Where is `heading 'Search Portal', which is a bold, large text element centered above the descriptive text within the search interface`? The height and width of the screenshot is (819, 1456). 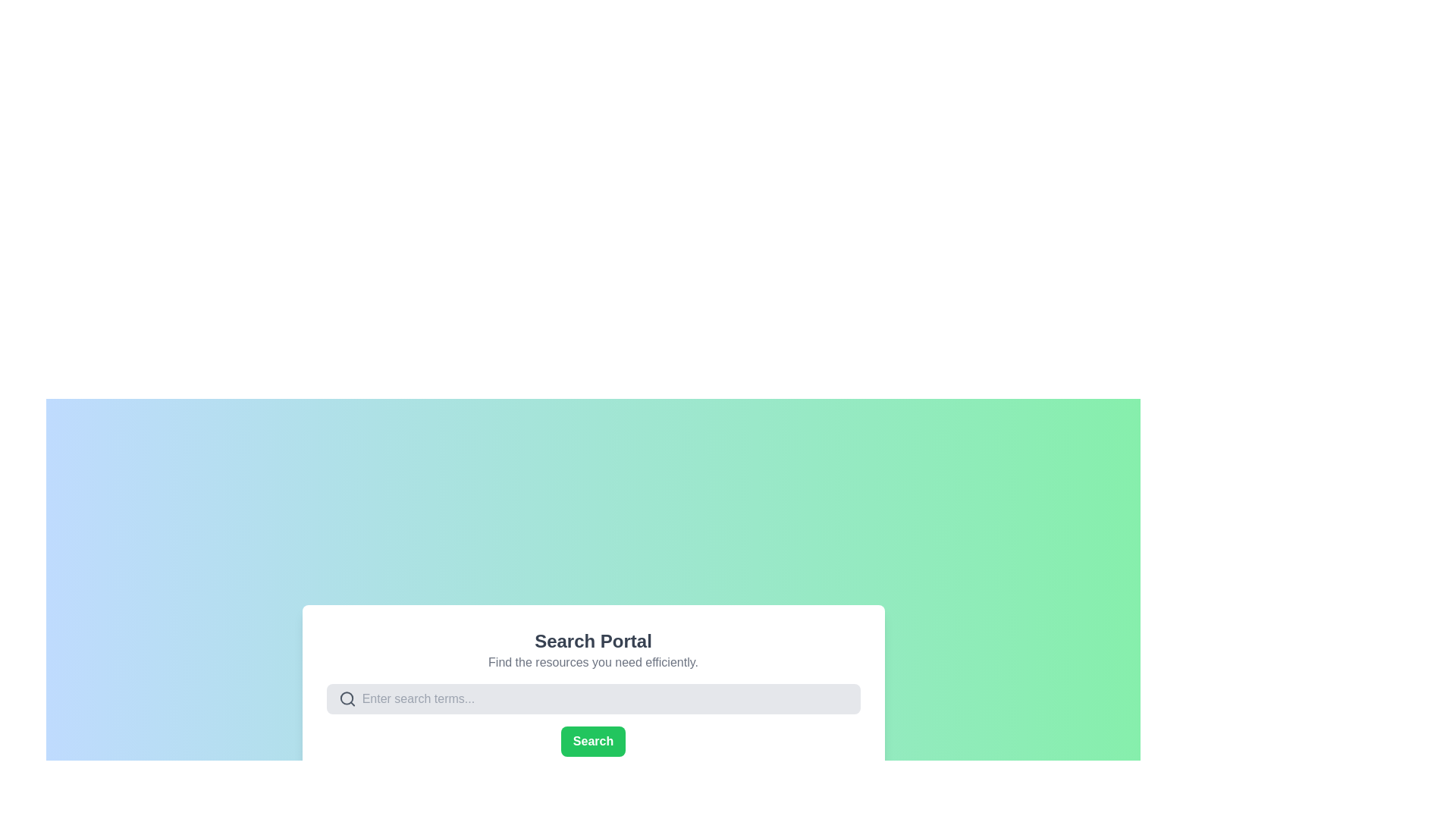 heading 'Search Portal', which is a bold, large text element centered above the descriptive text within the search interface is located at coordinates (592, 641).